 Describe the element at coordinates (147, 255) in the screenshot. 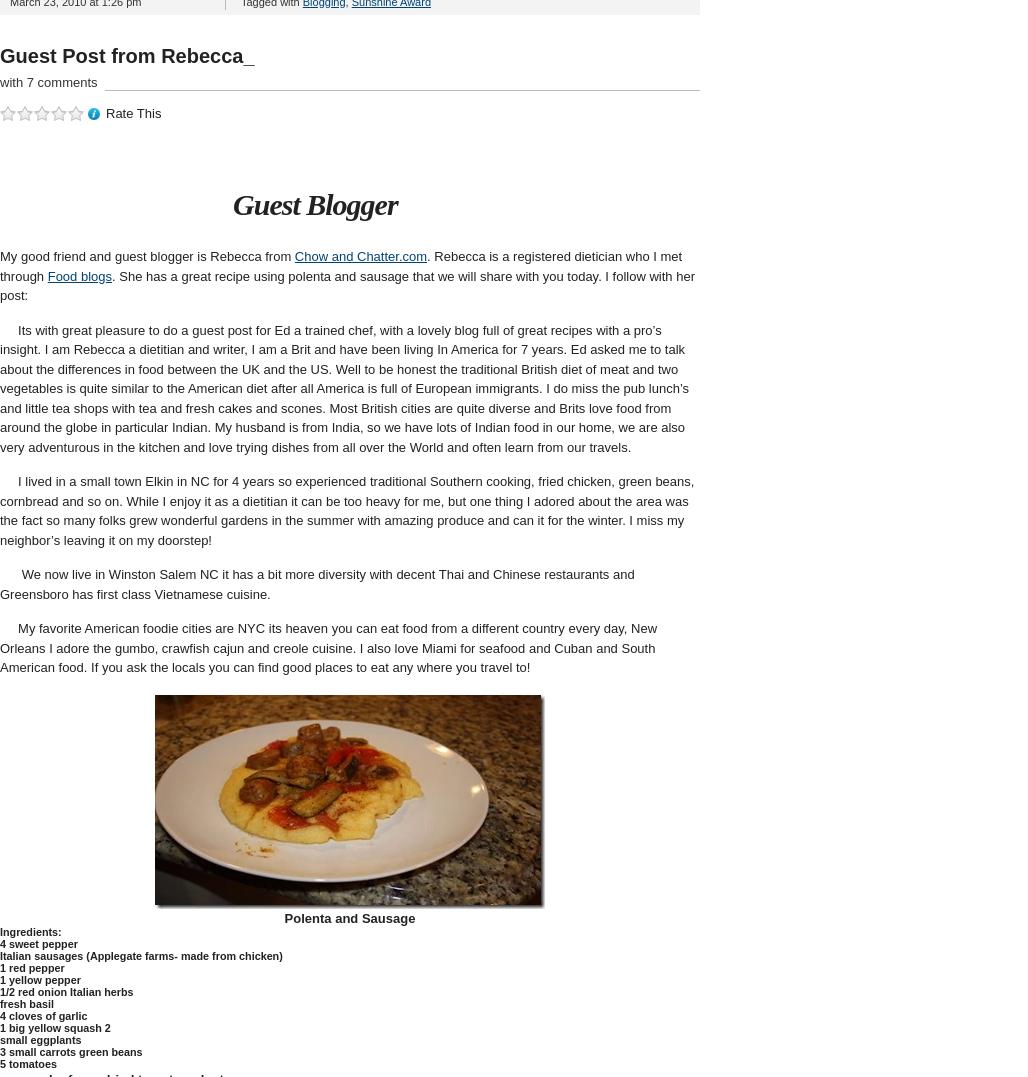

I see `'My good friend and guest blogger is Rebecca from'` at that location.